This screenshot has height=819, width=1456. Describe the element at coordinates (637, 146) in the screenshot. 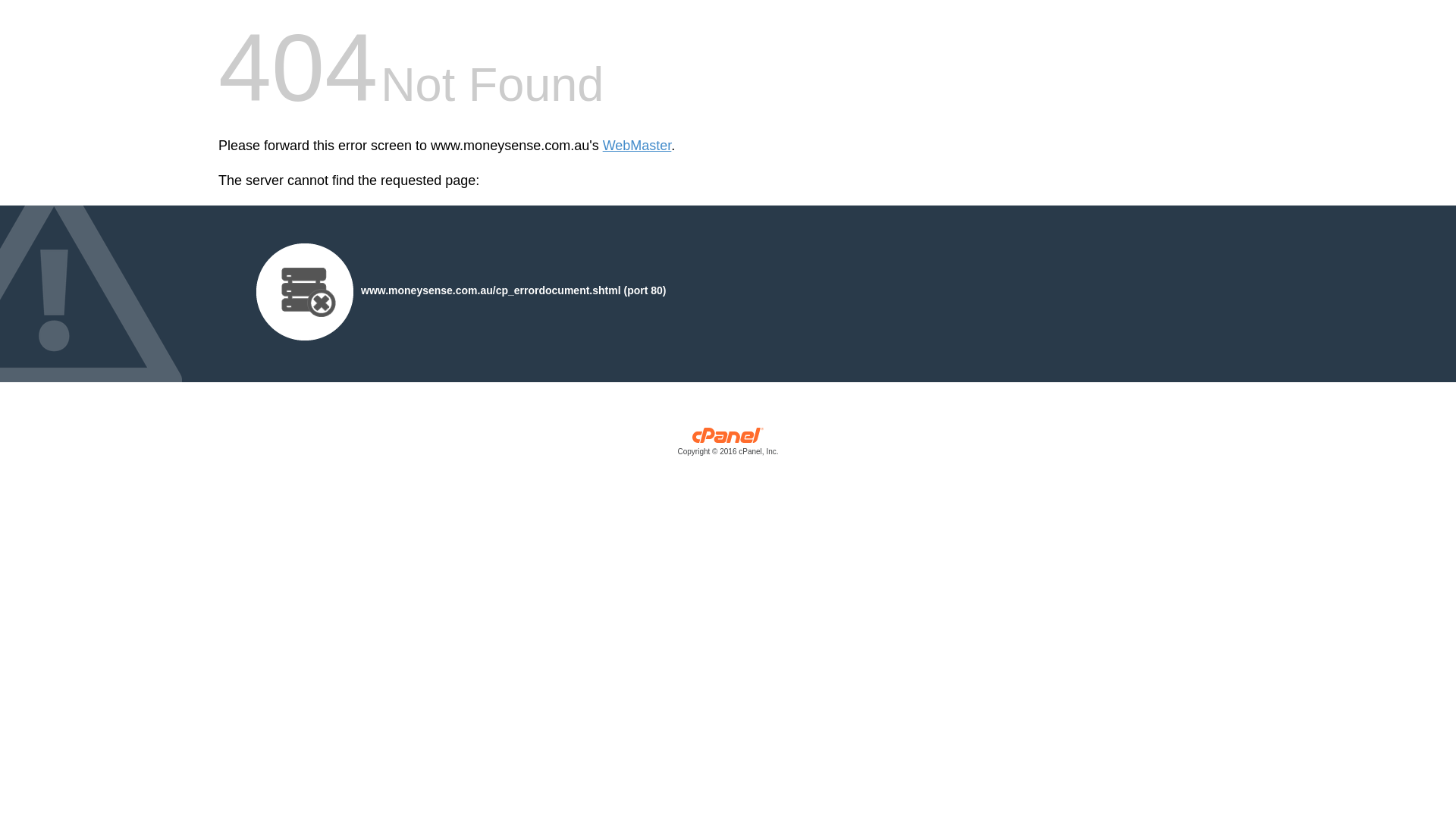

I see `'WebMaster'` at that location.